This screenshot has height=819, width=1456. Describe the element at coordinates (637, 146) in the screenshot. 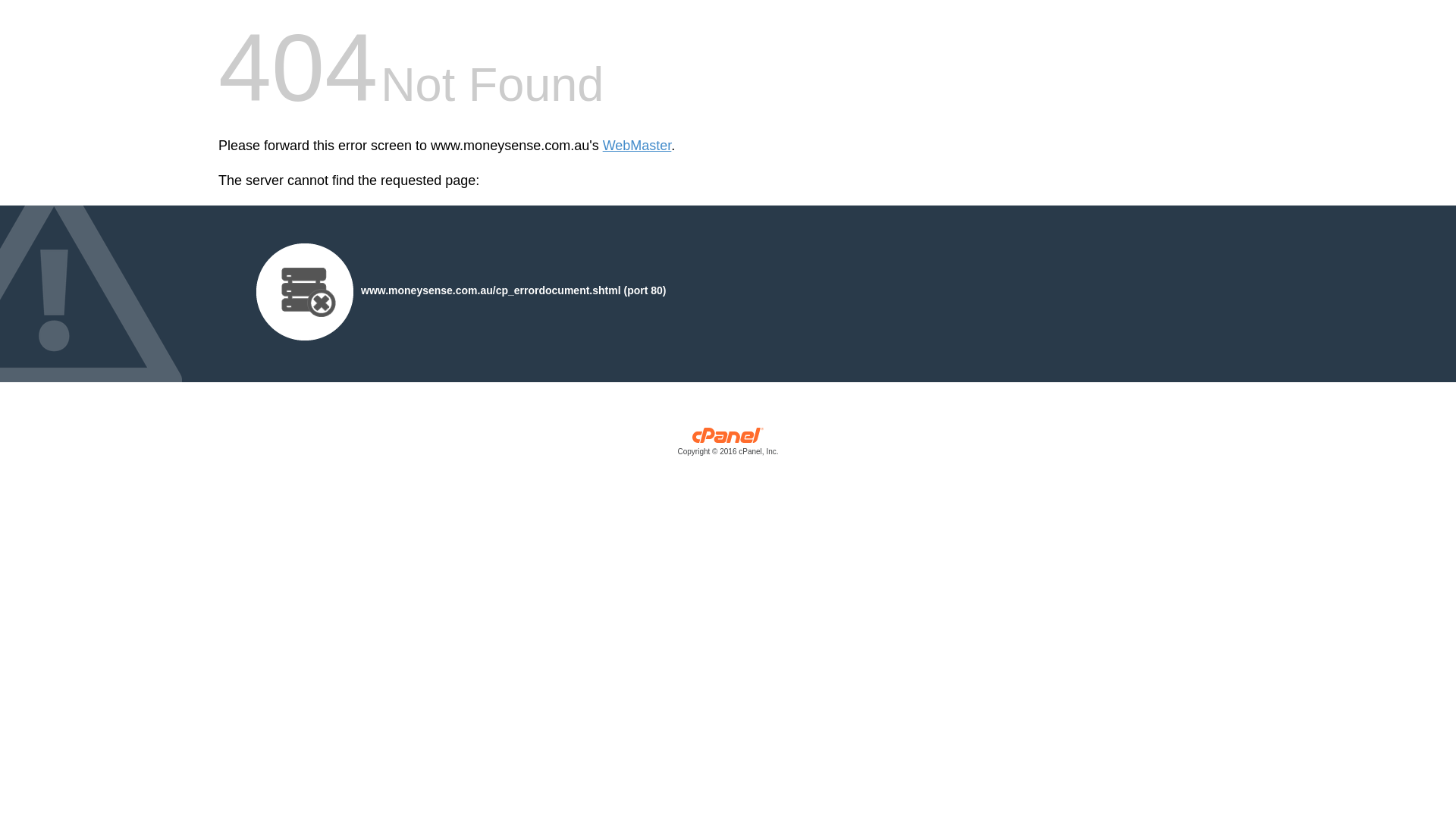

I see `'WebMaster'` at that location.